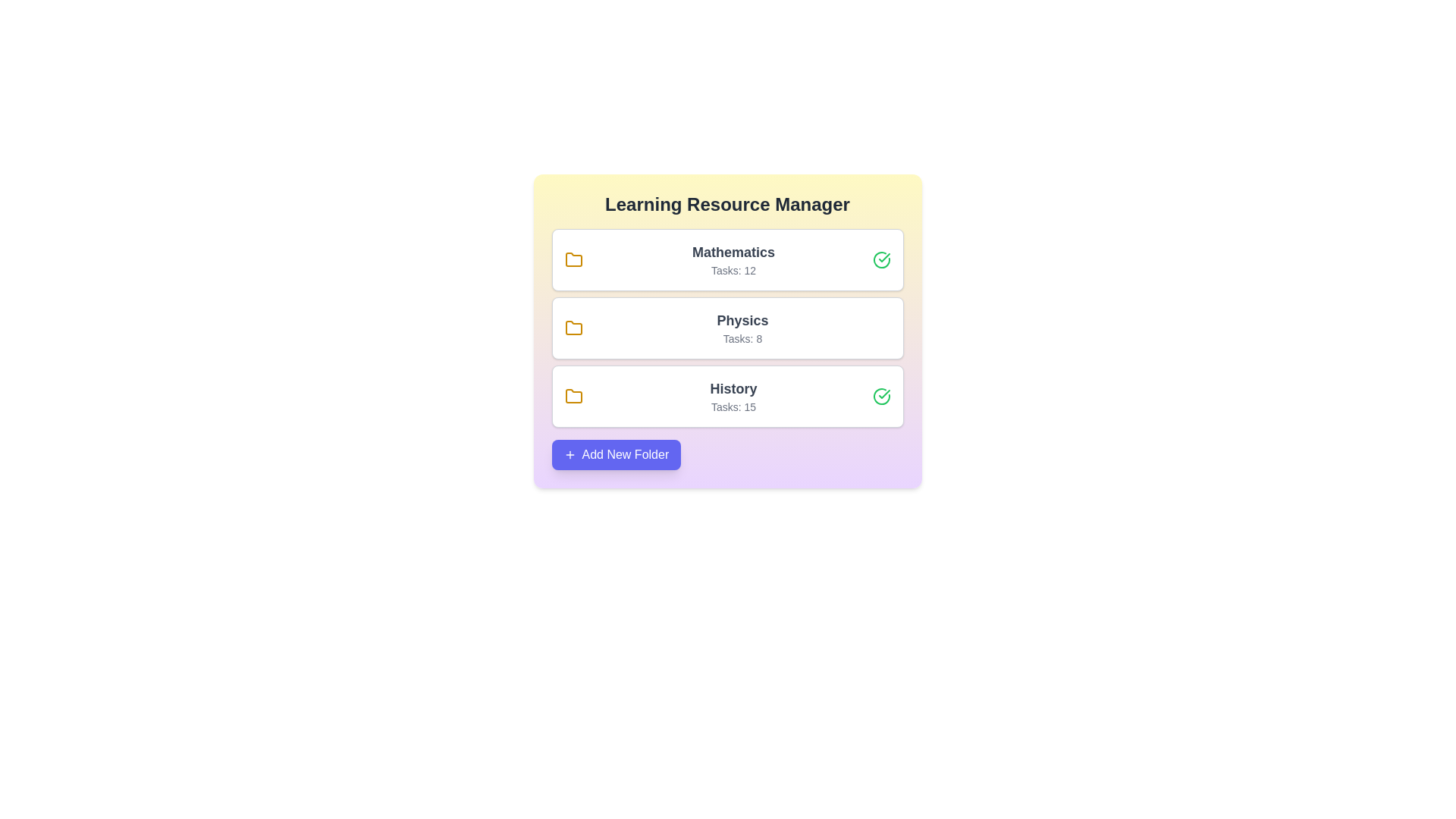 The width and height of the screenshot is (1456, 819). What do you see at coordinates (726, 396) in the screenshot?
I see `the folder corresponding to History` at bounding box center [726, 396].